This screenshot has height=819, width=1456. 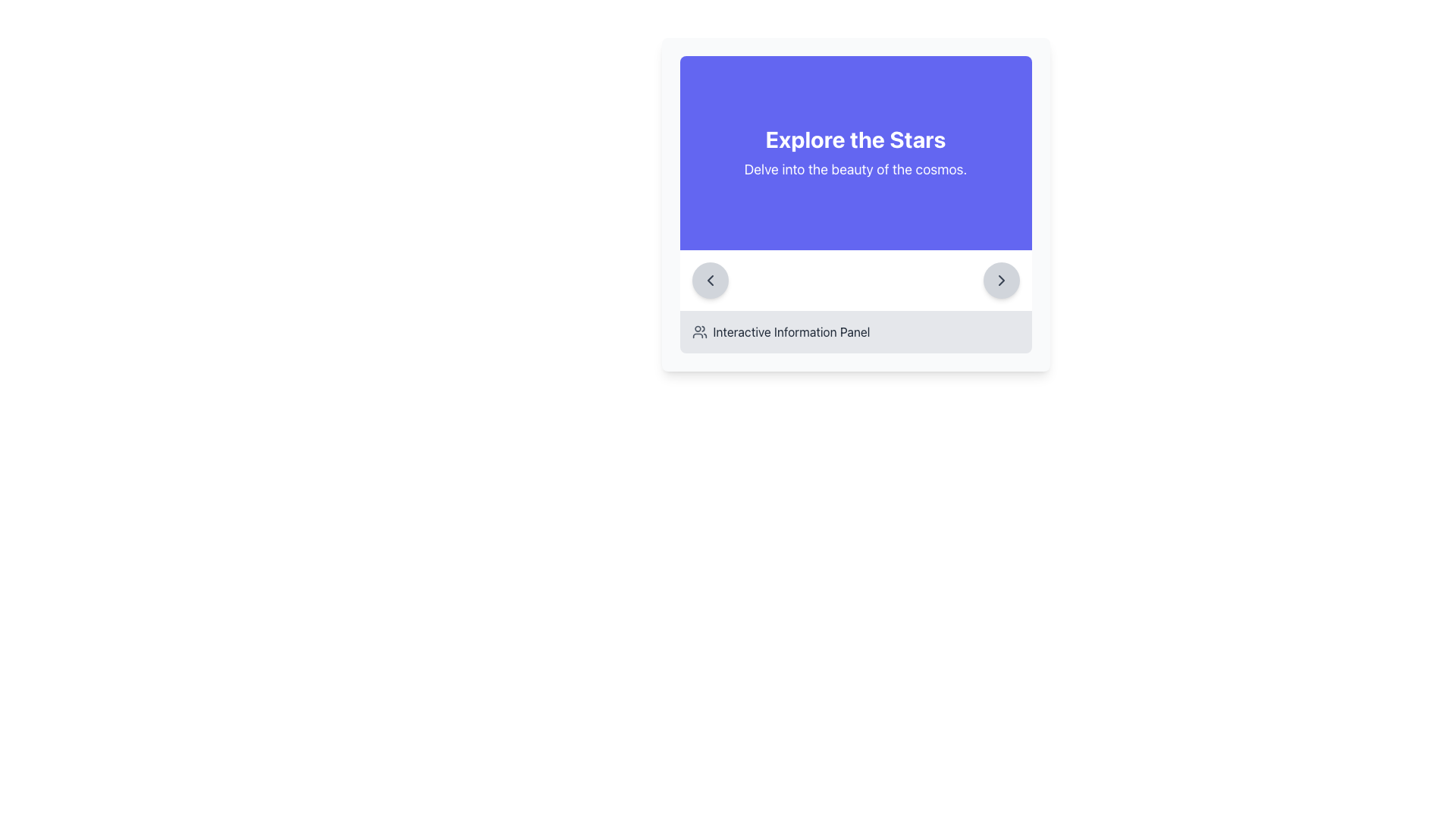 I want to click on the Text with Icon element that serves as a label or title below the 'Explore the Stars' blue panel, so click(x=855, y=331).